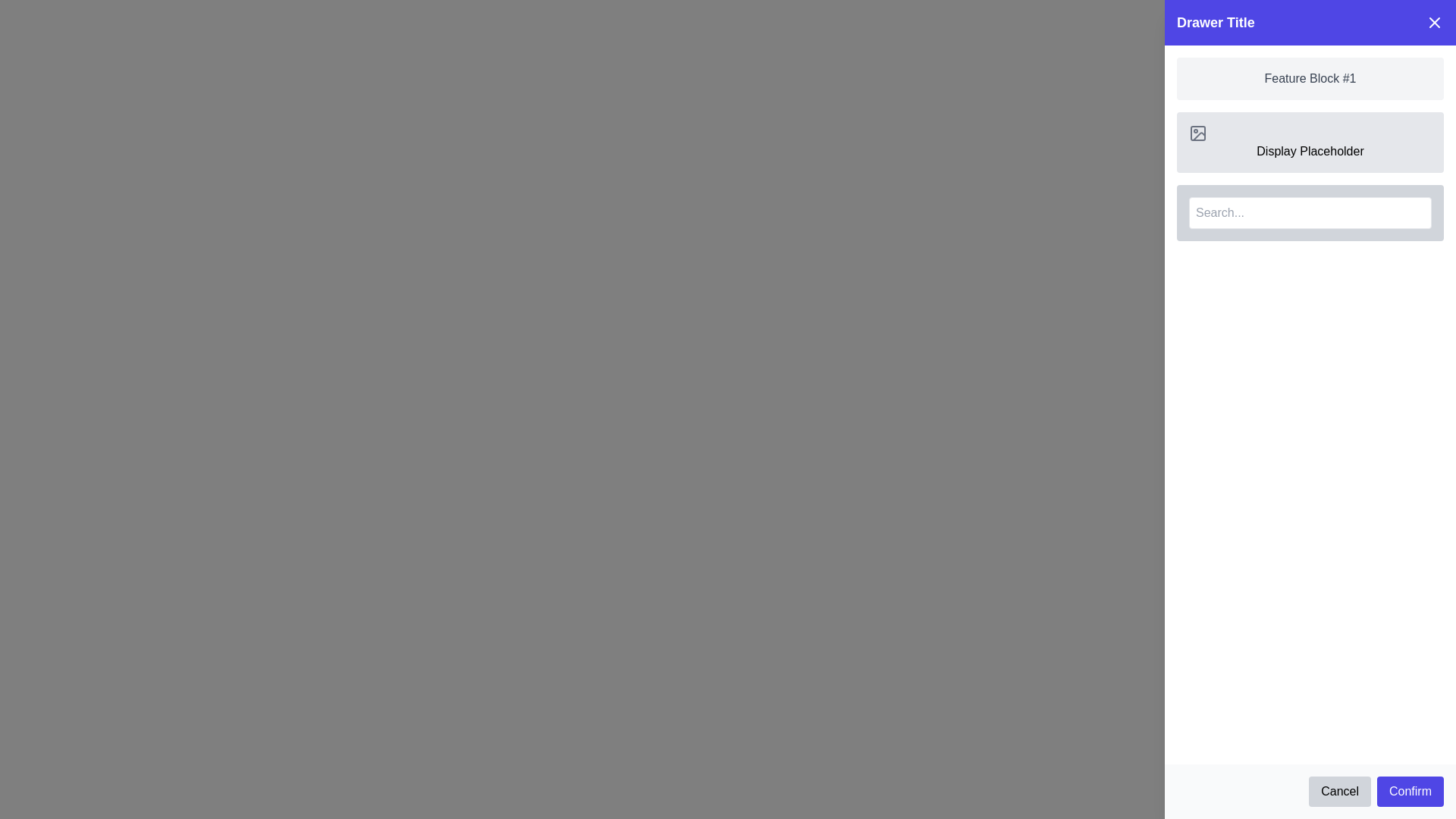 This screenshot has width=1456, height=819. Describe the element at coordinates (1433, 23) in the screenshot. I see `the close button styled as a small square with a purple background and a white 'X' in the top-right corner of the header` at that location.